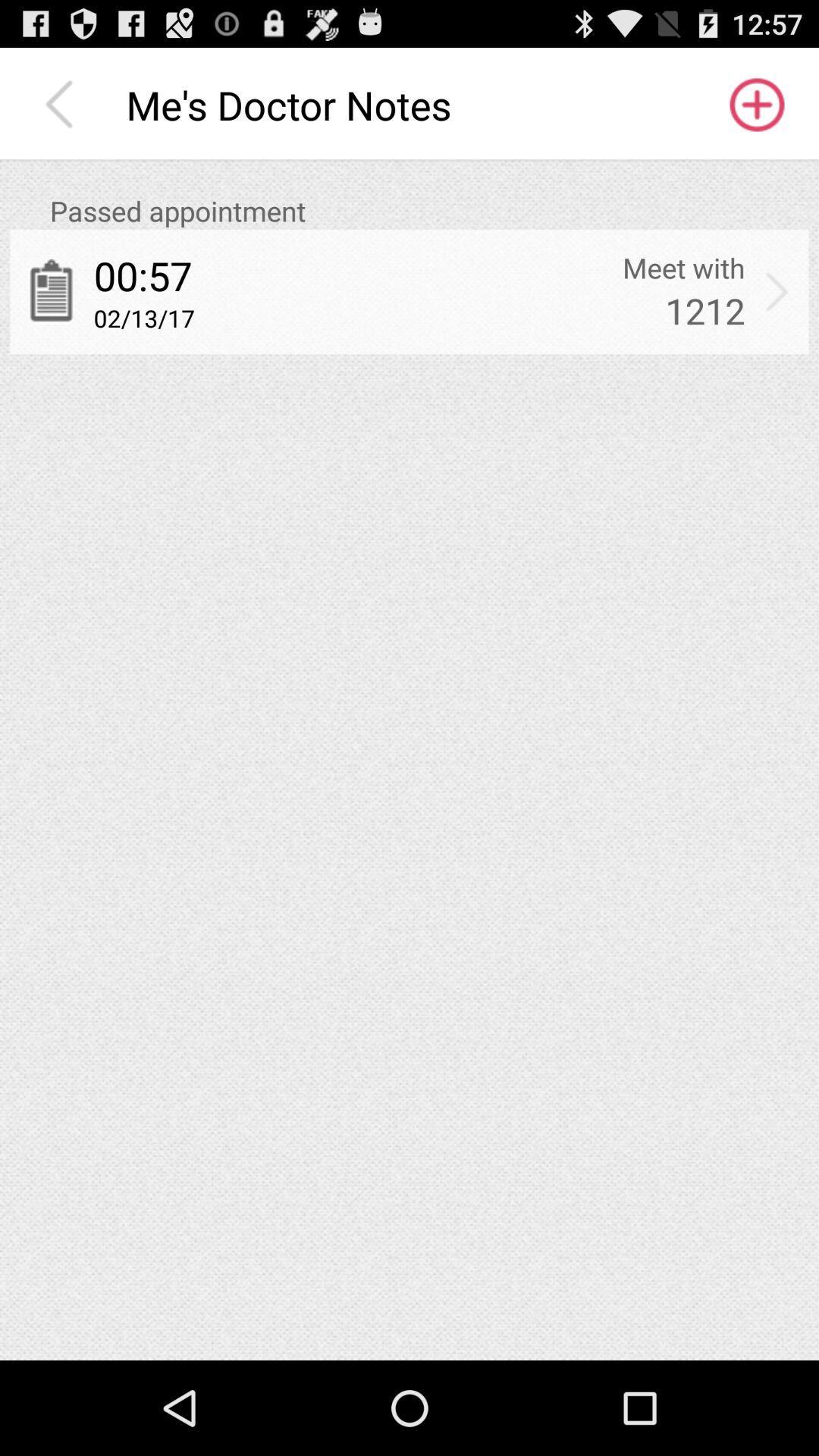 This screenshot has height=1456, width=819. I want to click on app to the right of the meet with app, so click(777, 291).